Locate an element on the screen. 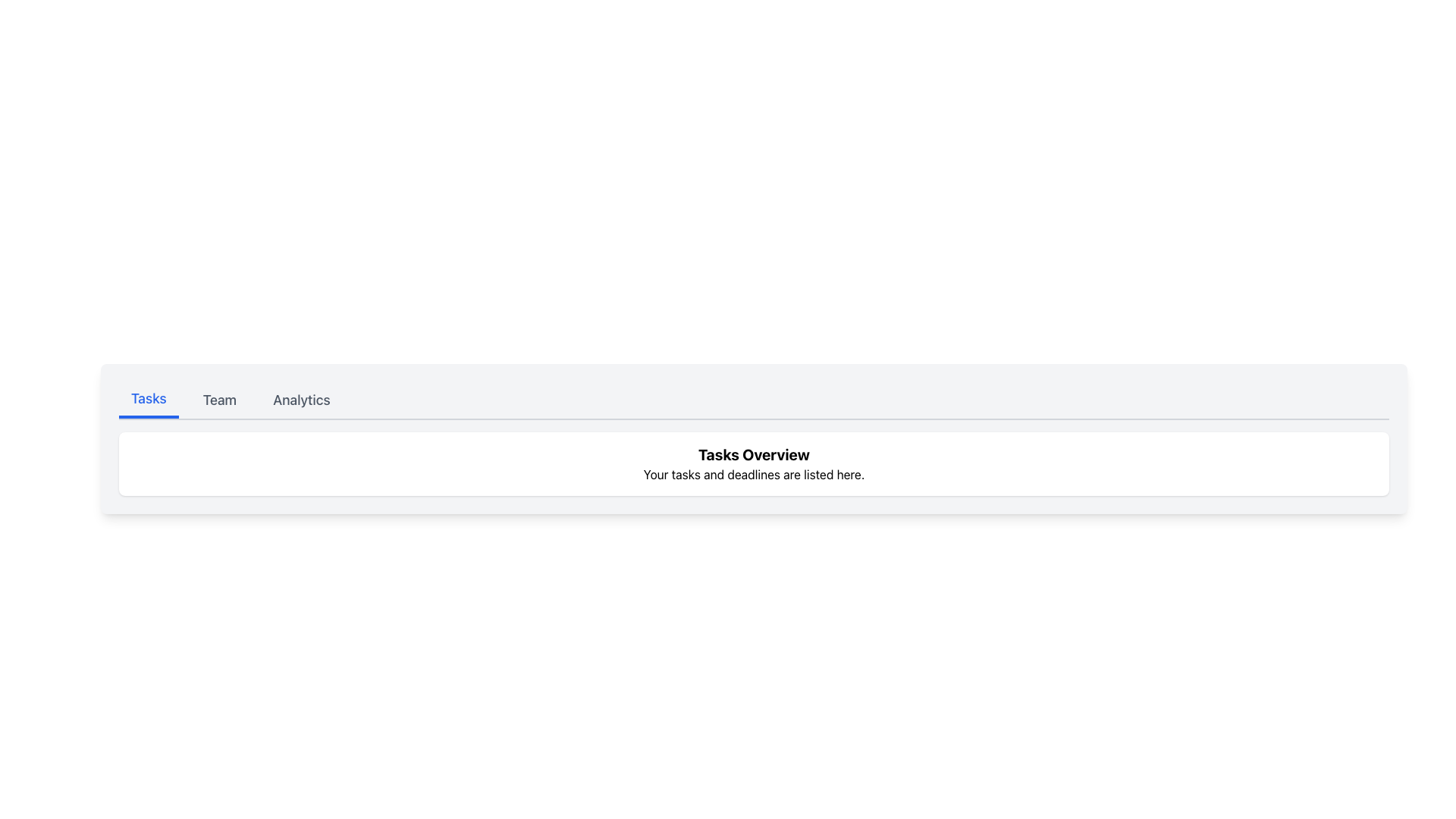 The width and height of the screenshot is (1456, 819). the static text that reads 'Your tasks and deadlines are listed here.' located beneath the heading 'Tasks Overview.' is located at coordinates (754, 473).